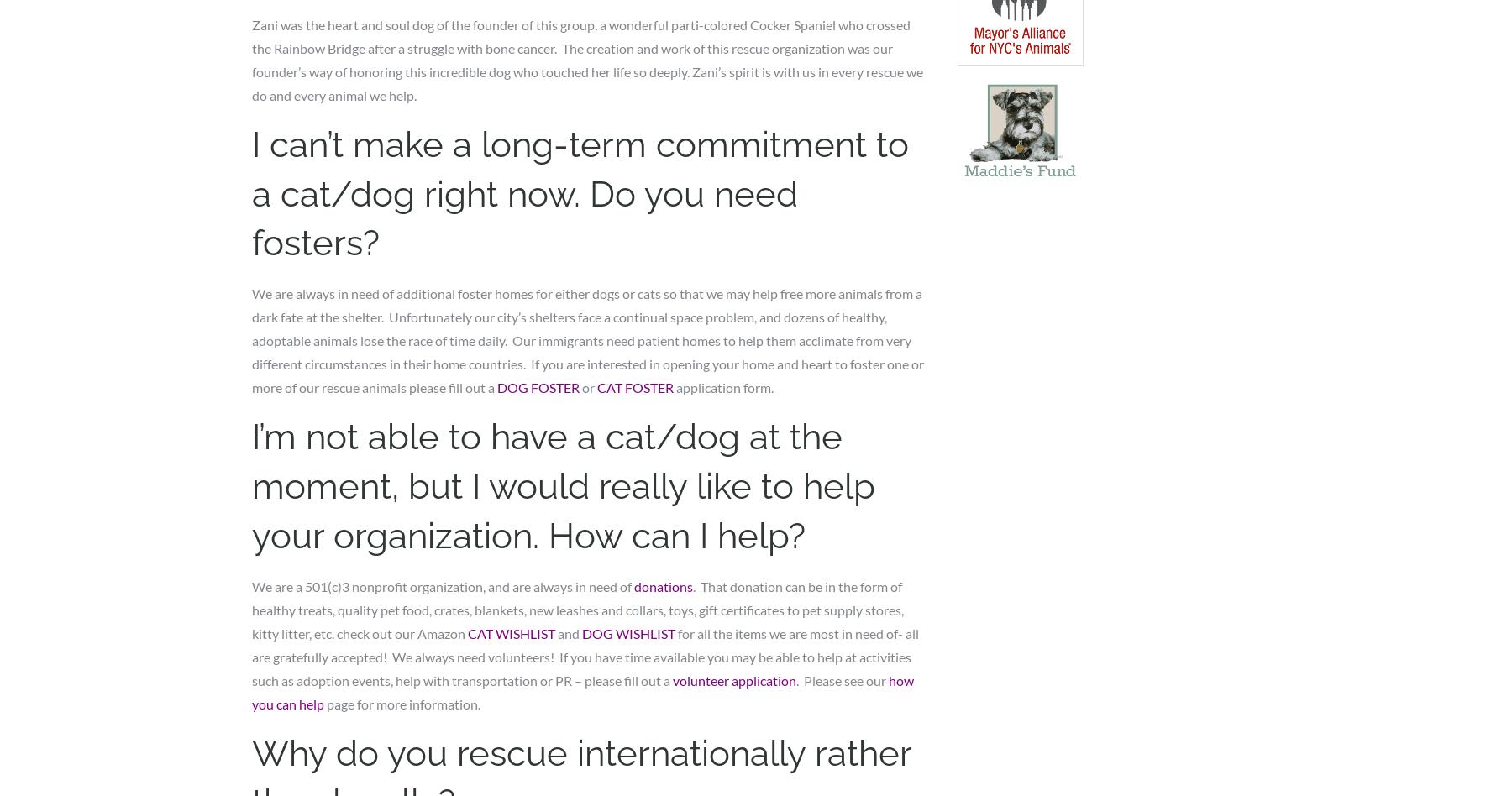 The height and width of the screenshot is (796, 1512). Describe the element at coordinates (587, 339) in the screenshot. I see `'We are always in need of additional foster homes for either dogs or cats so that we may help free more animals from a dark fate at the shelter.  Unfortunately our city’s shelters face a continual space problem, and dozens of healthy, adoptable animals lose the race of time daily.  Our immigrants need patient homes to help them acclimate from very different circumstances in their home countries.  If you are interested in opening your home and heart to foster one or more of our rescue animals please fill out a'` at that location.